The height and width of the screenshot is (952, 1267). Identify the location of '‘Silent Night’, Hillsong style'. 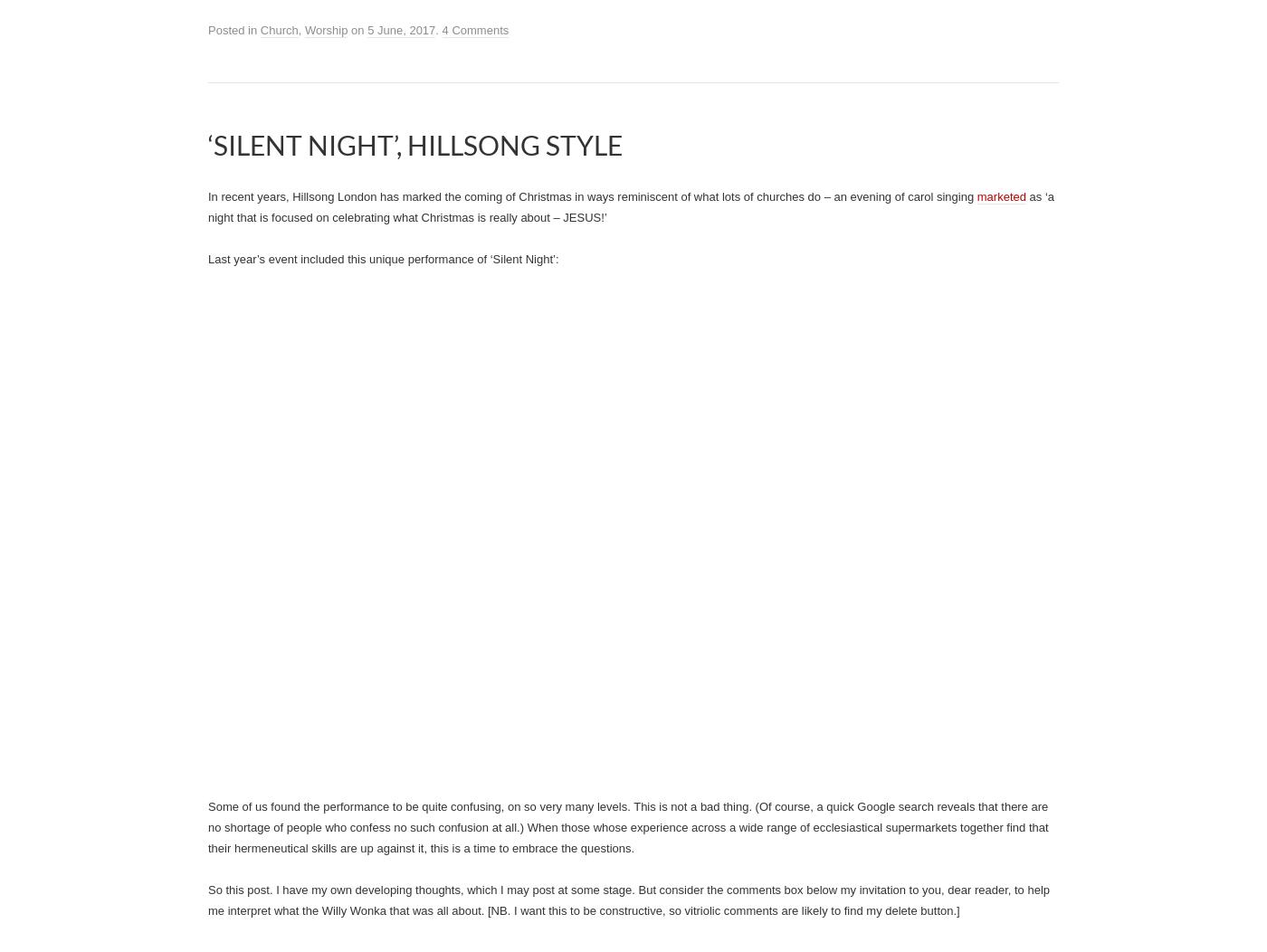
(415, 144).